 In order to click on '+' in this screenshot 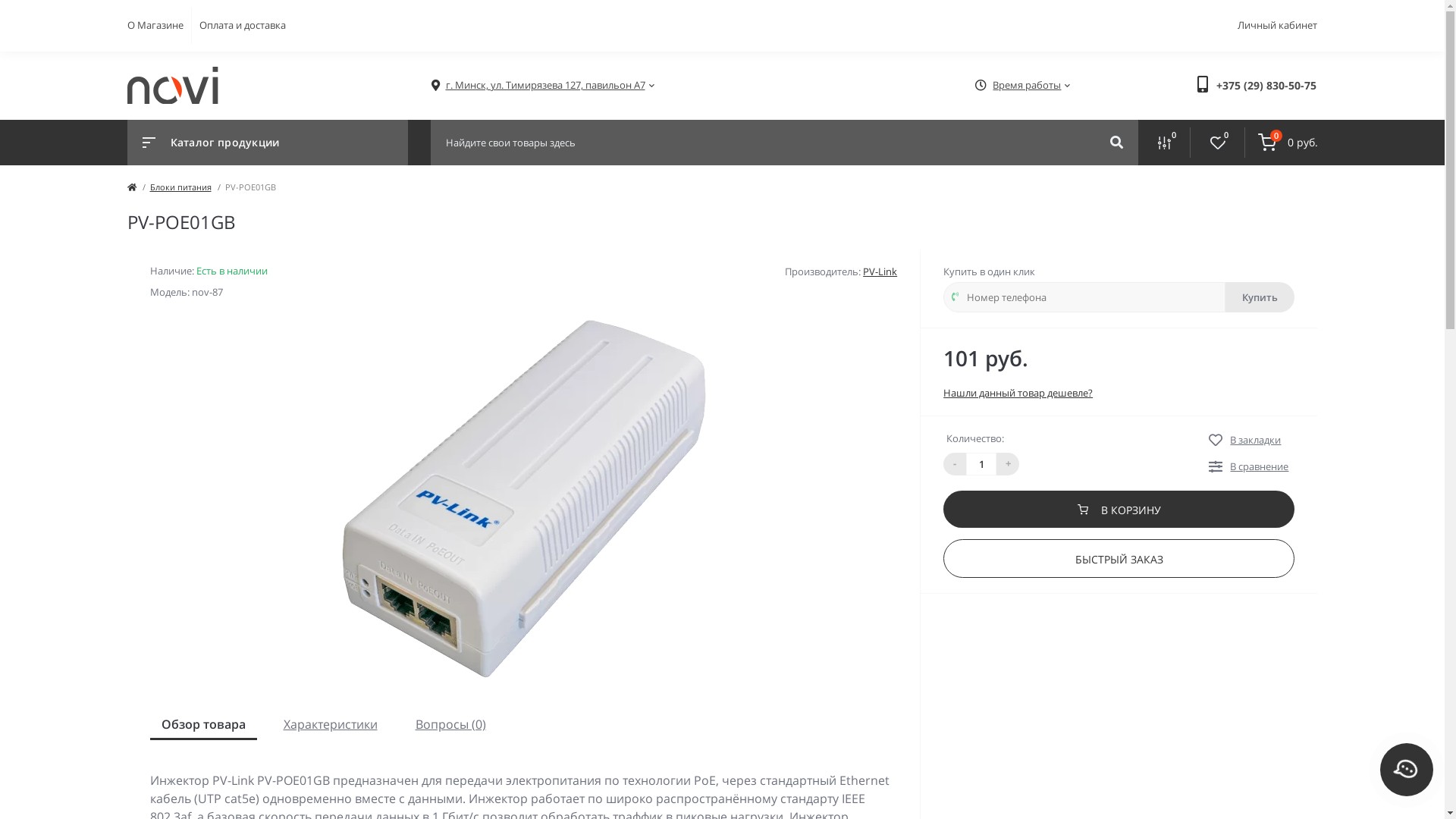, I will do `click(996, 462)`.